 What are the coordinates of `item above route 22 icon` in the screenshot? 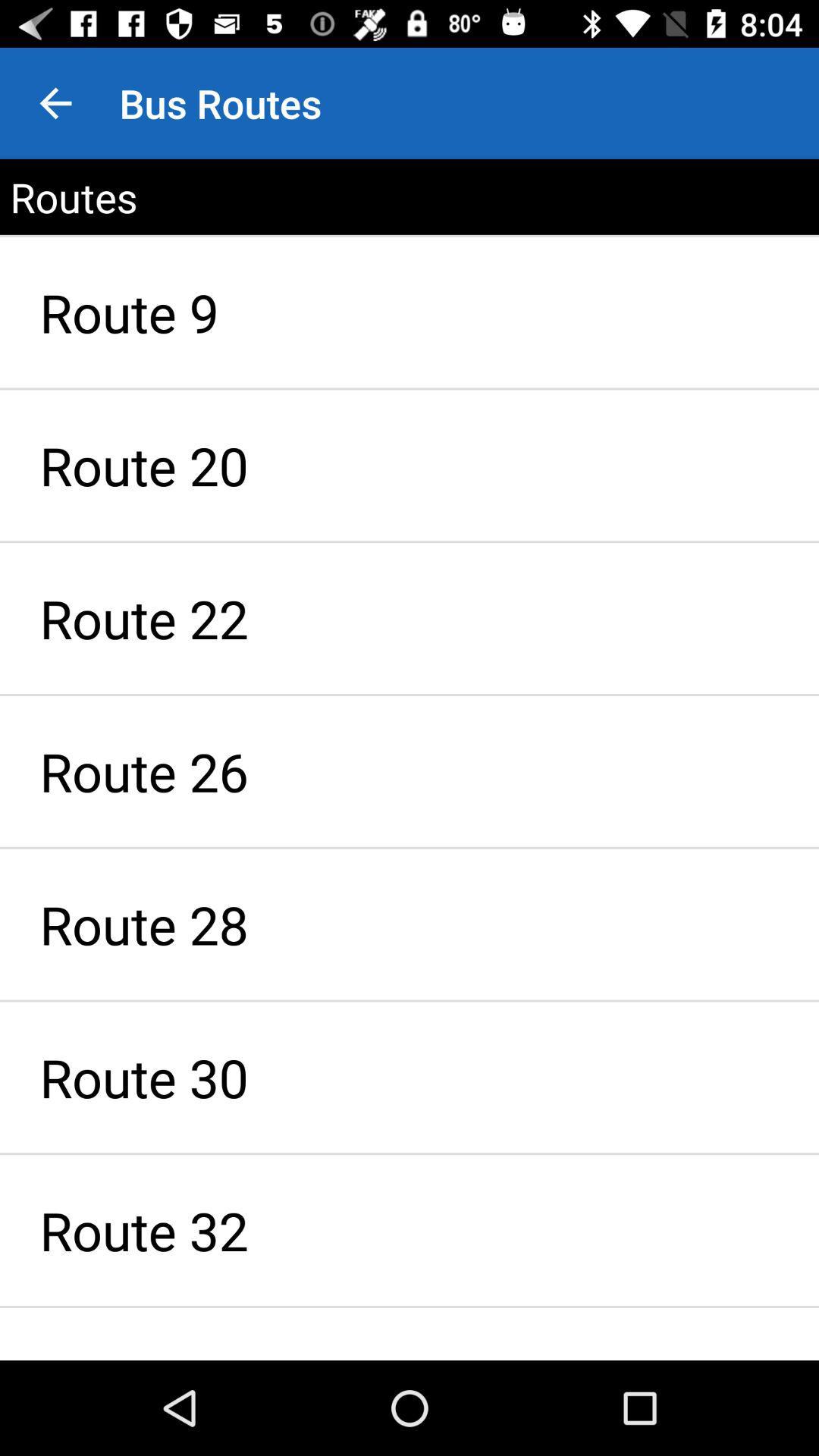 It's located at (409, 464).